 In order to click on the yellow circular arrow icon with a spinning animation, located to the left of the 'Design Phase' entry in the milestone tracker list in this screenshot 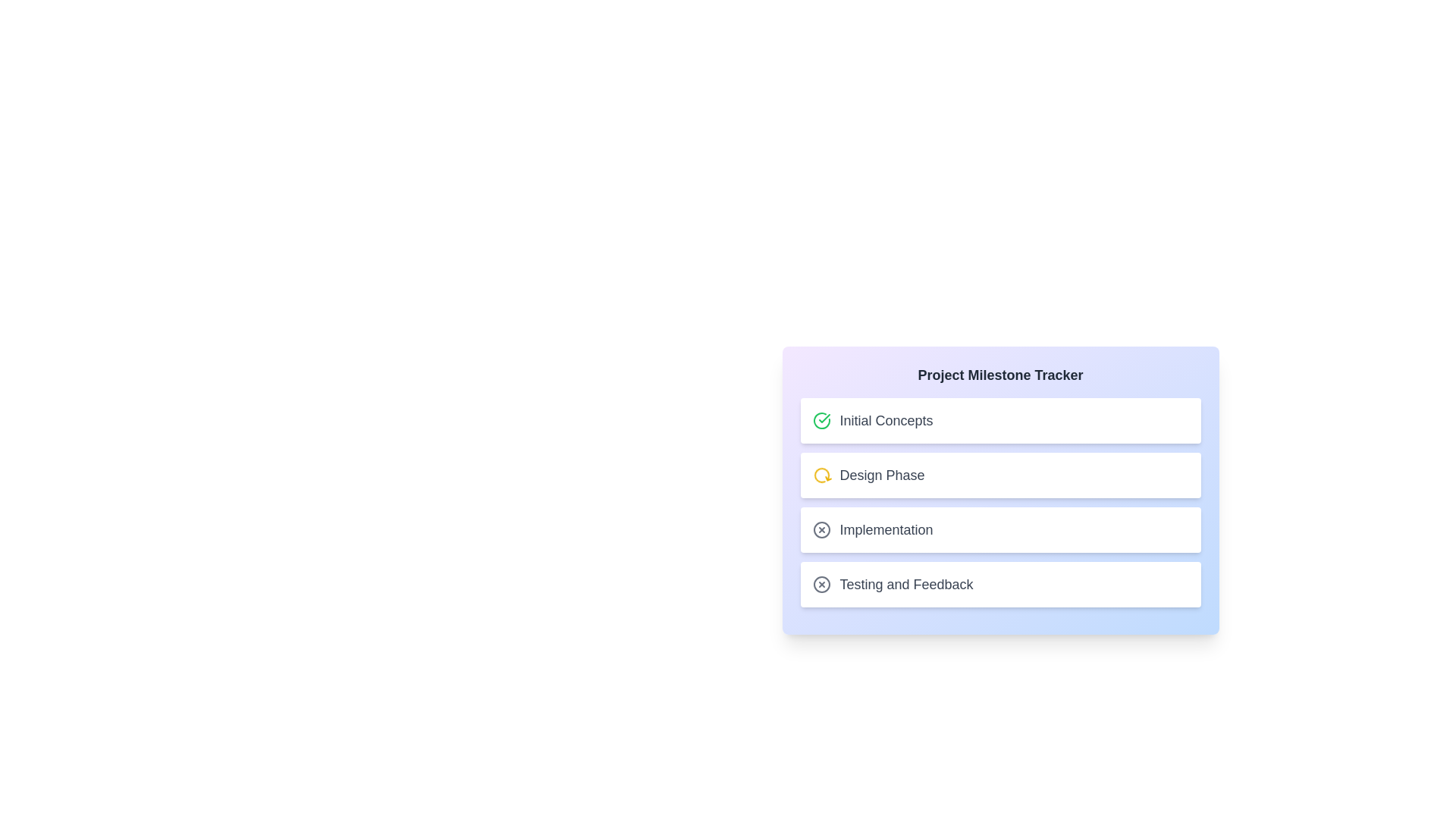, I will do `click(821, 475)`.